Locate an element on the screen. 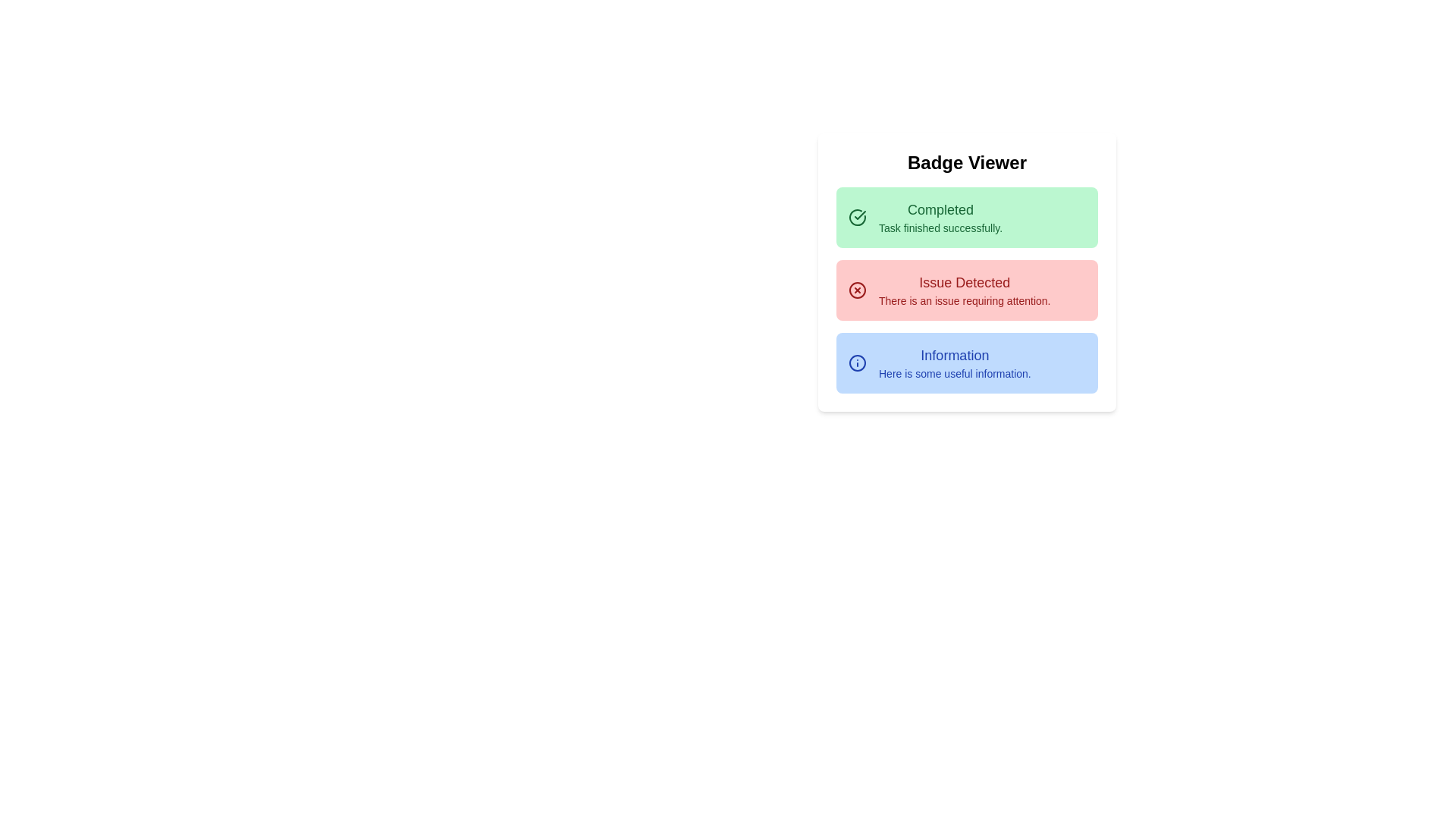 Image resolution: width=1456 pixels, height=819 pixels. the header text of the alert located in the second section of the main interface, which has a red background and is positioned above the descriptive text 'There is an issue requiring attention.' is located at coordinates (964, 283).